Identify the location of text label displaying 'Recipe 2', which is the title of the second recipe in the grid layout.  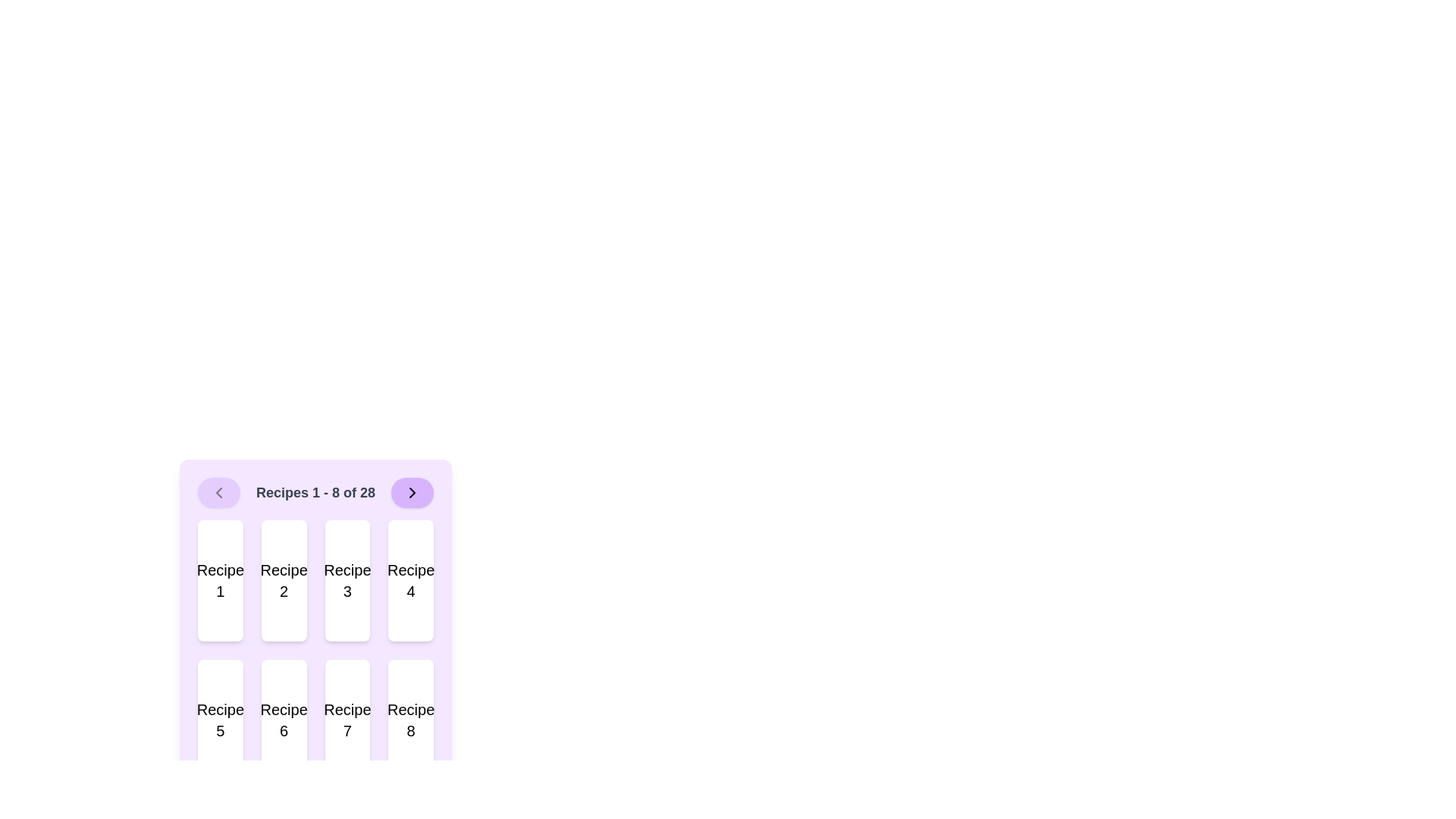
(284, 580).